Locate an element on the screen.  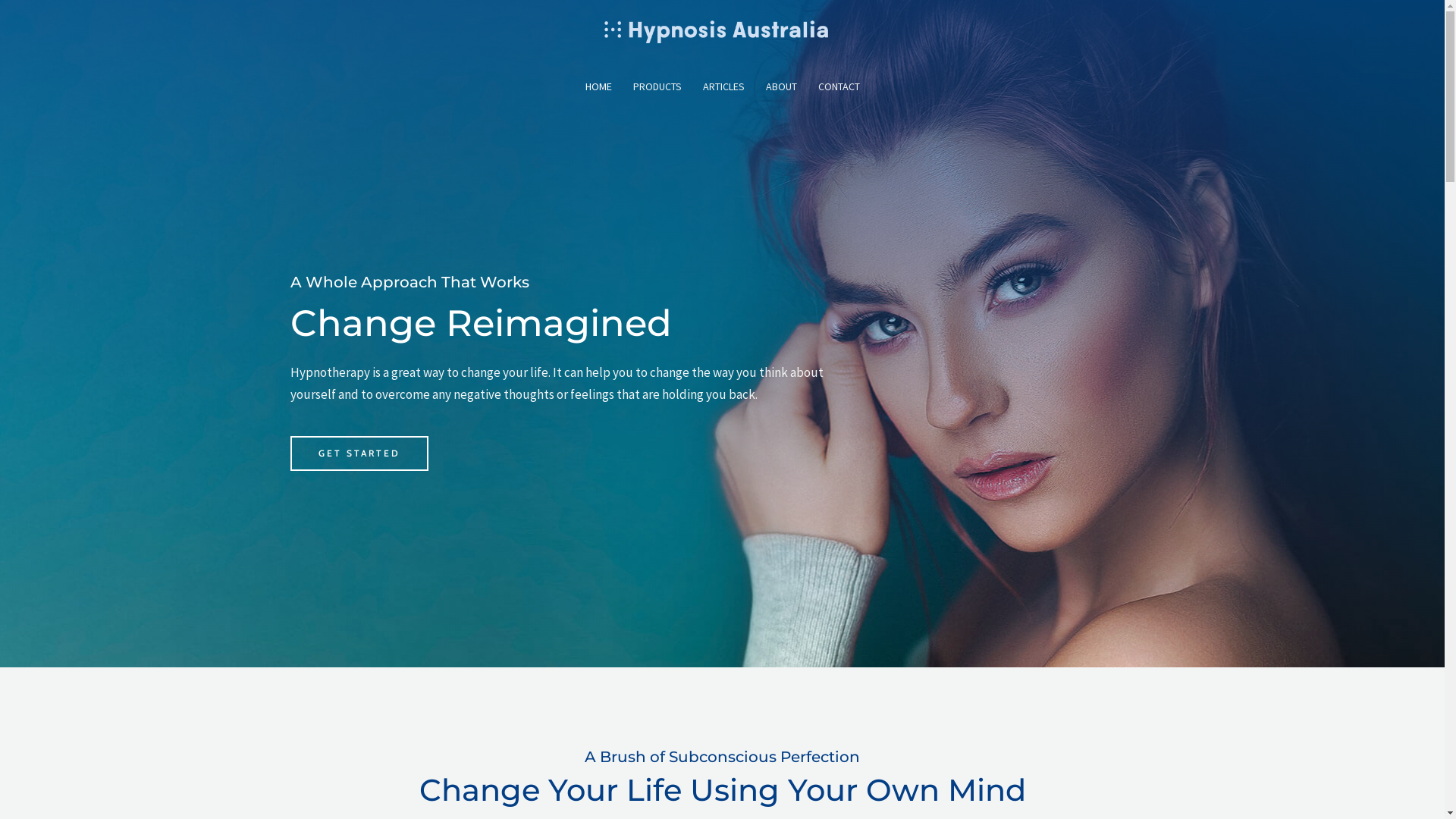
'HOME' is located at coordinates (598, 86).